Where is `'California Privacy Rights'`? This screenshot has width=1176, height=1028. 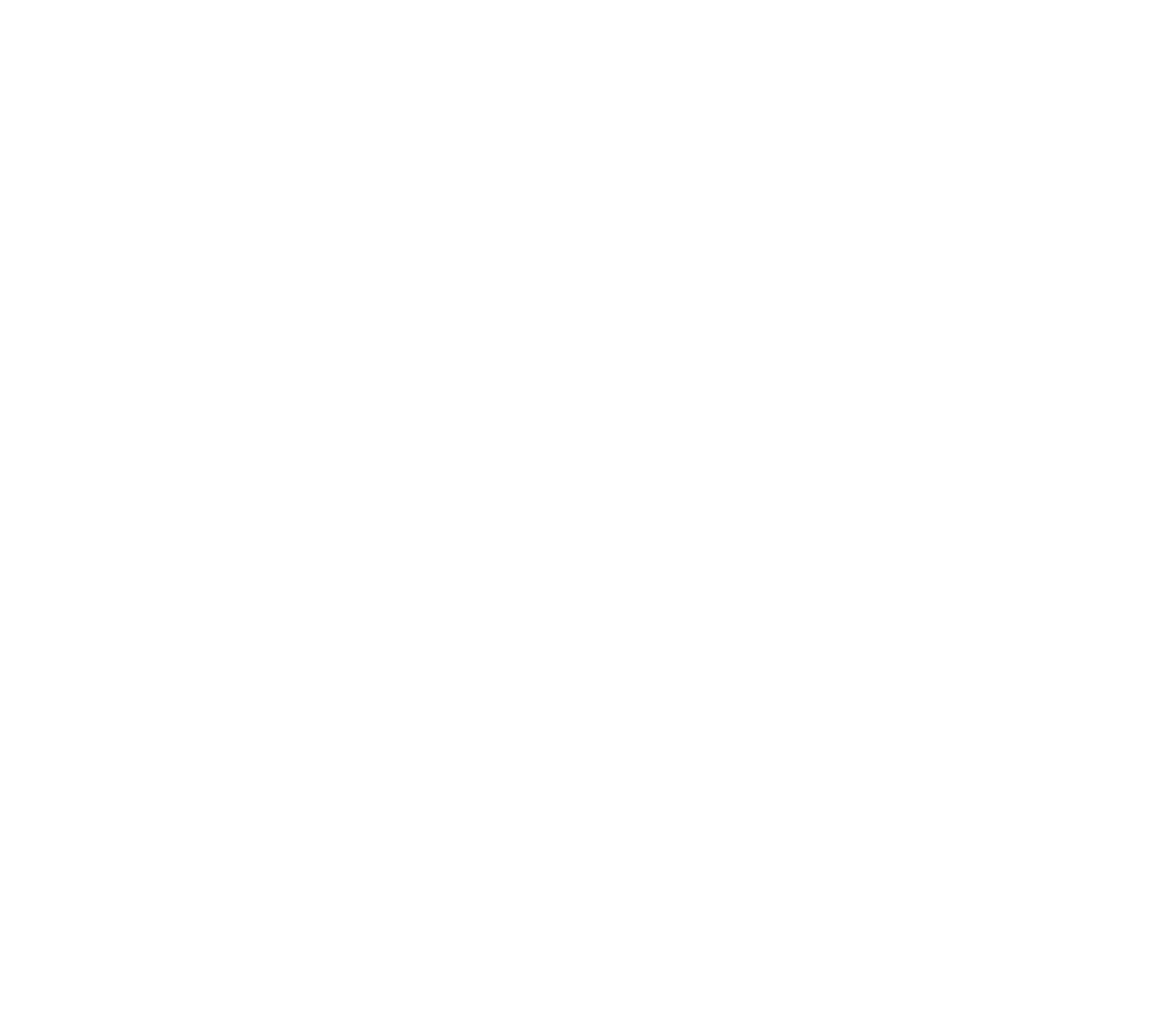 'California Privacy Rights' is located at coordinates (623, 828).